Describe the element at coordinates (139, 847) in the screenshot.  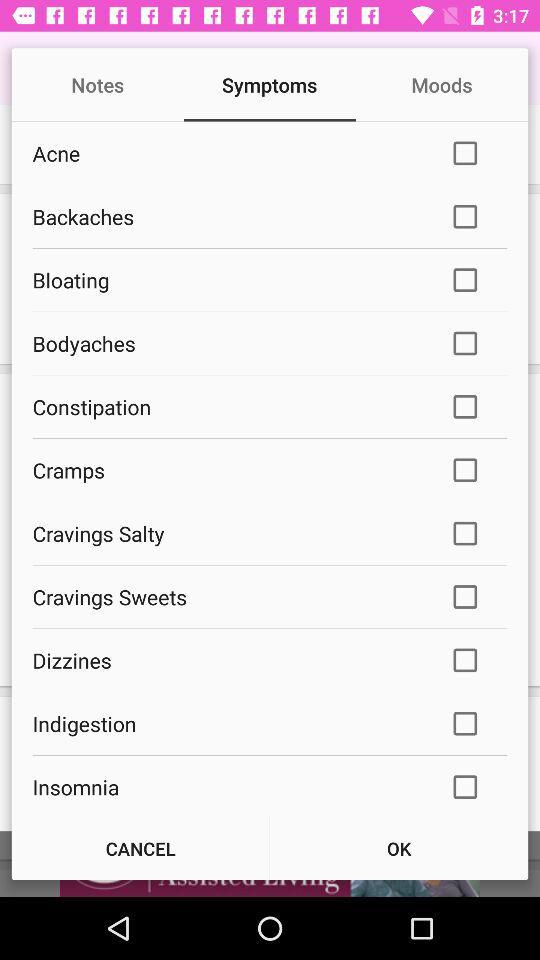
I see `cancel icon` at that location.